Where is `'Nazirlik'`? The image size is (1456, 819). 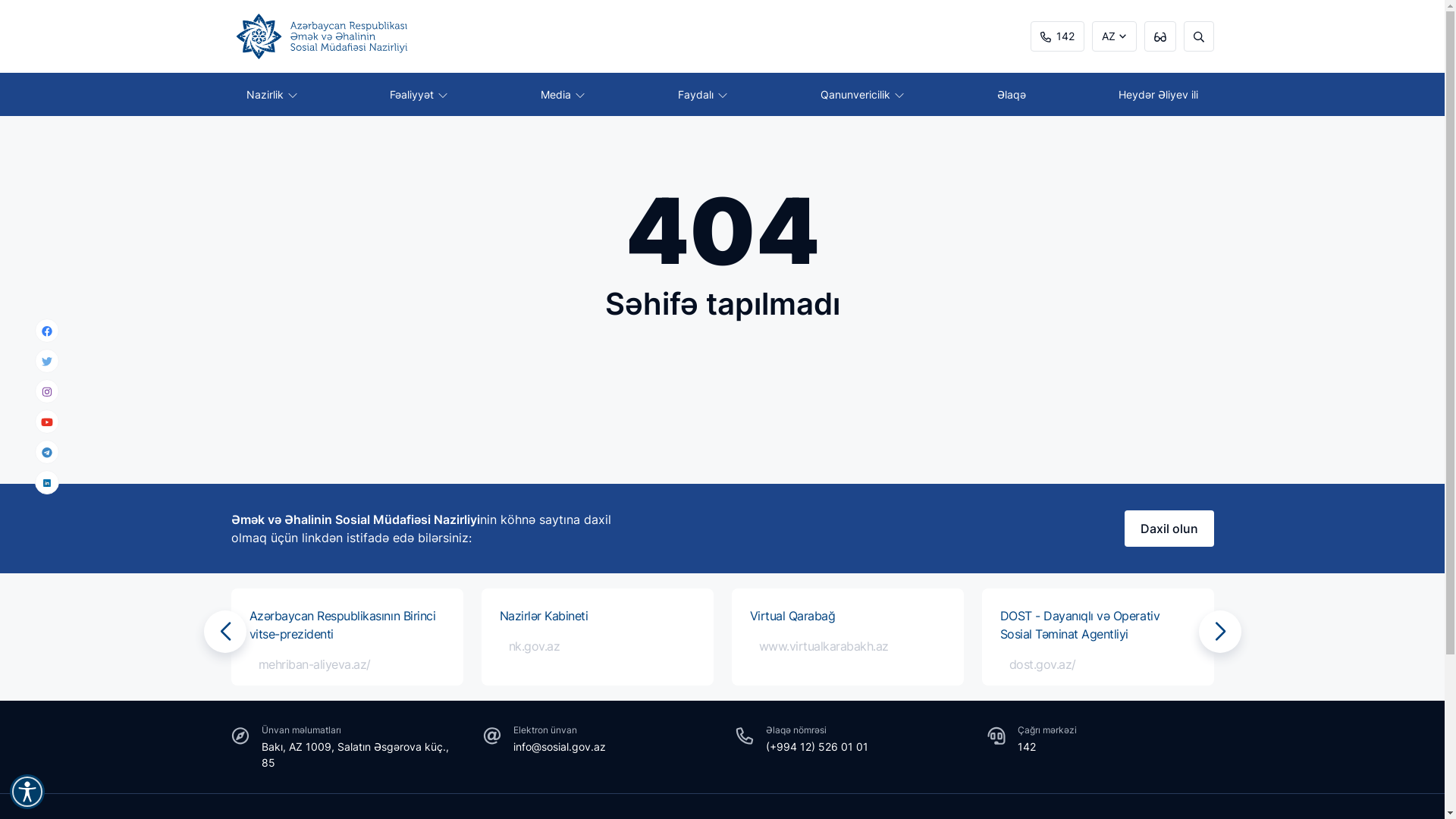 'Nazirlik' is located at coordinates (271, 94).